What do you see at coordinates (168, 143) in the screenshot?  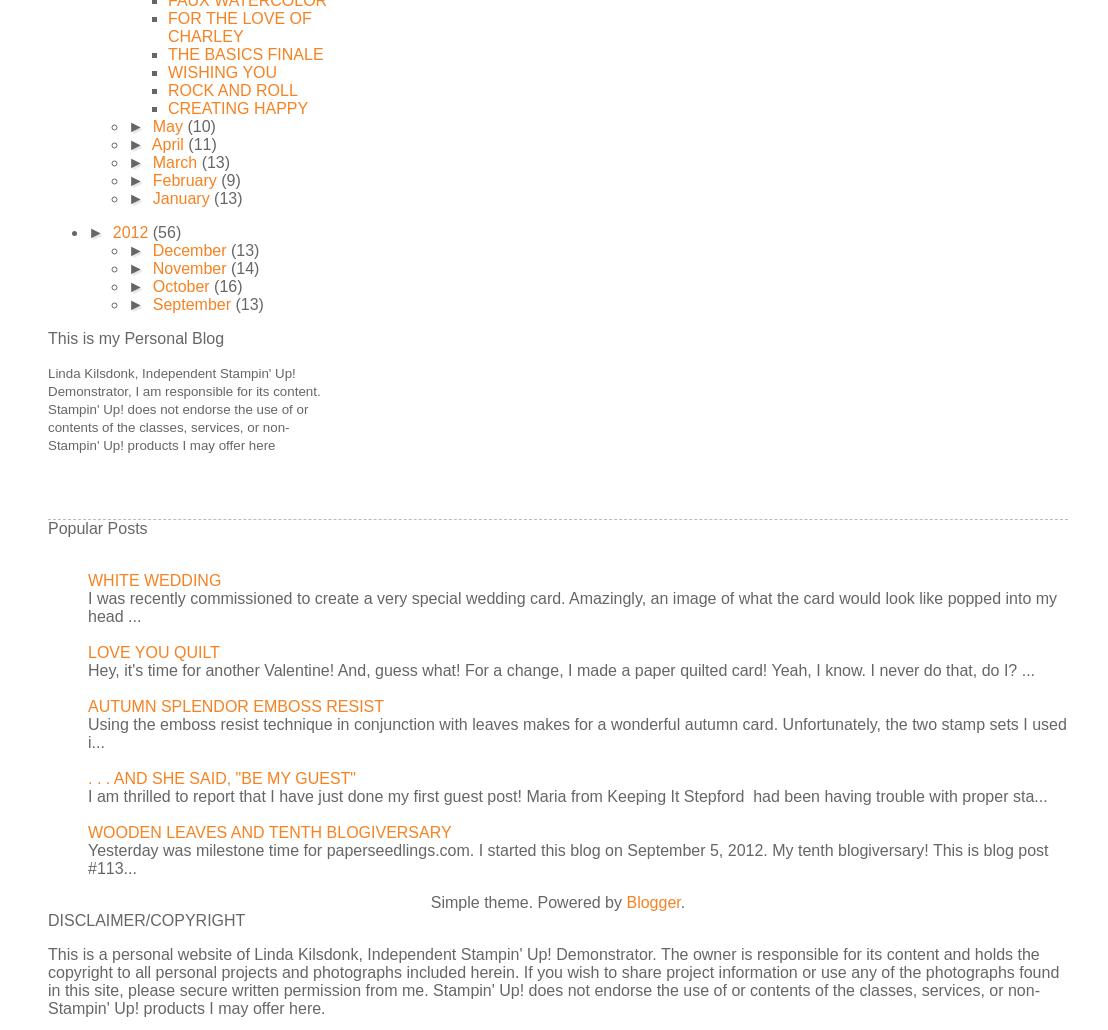 I see `'April'` at bounding box center [168, 143].